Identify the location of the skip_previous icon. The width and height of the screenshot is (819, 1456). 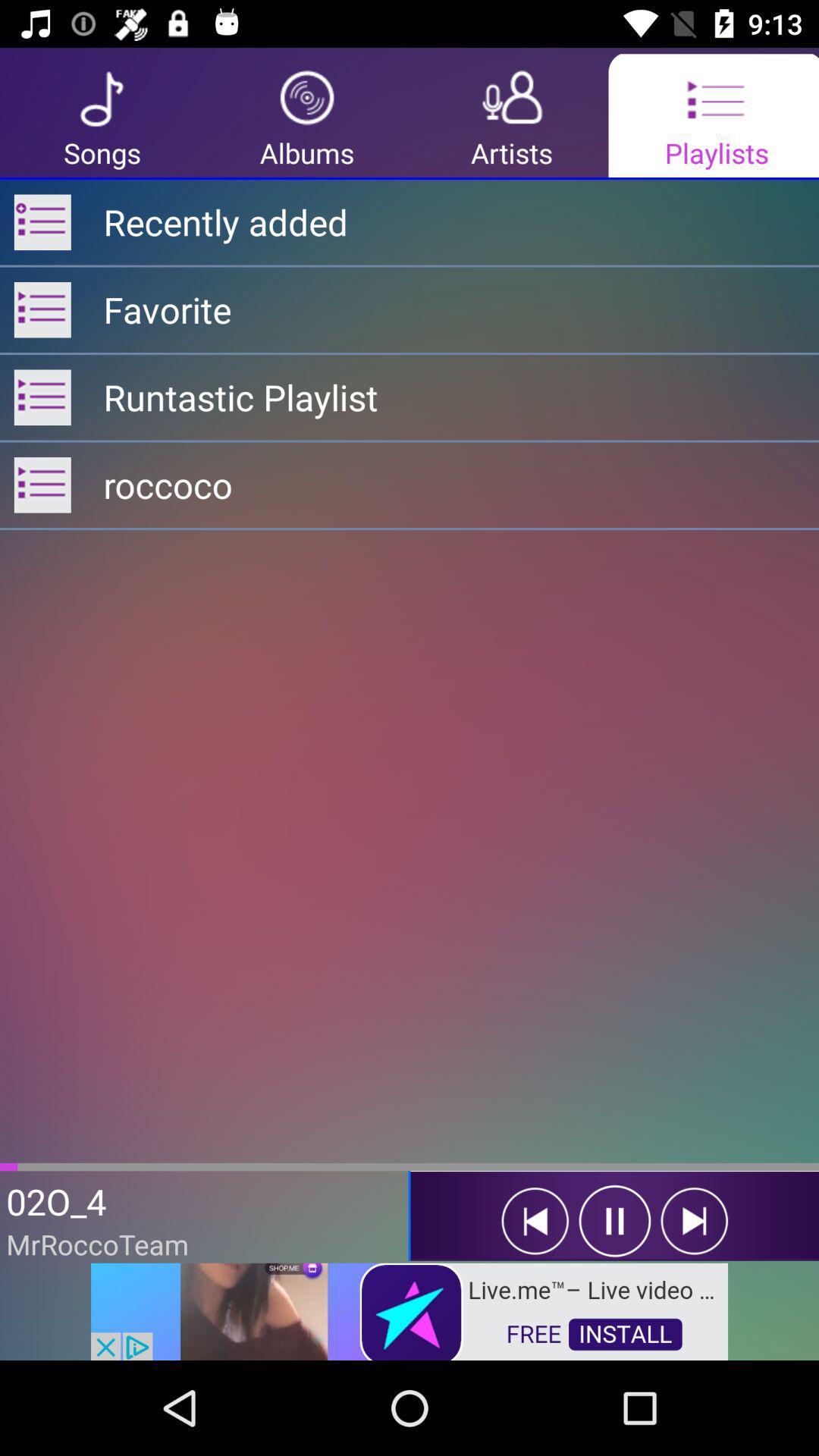
(534, 1221).